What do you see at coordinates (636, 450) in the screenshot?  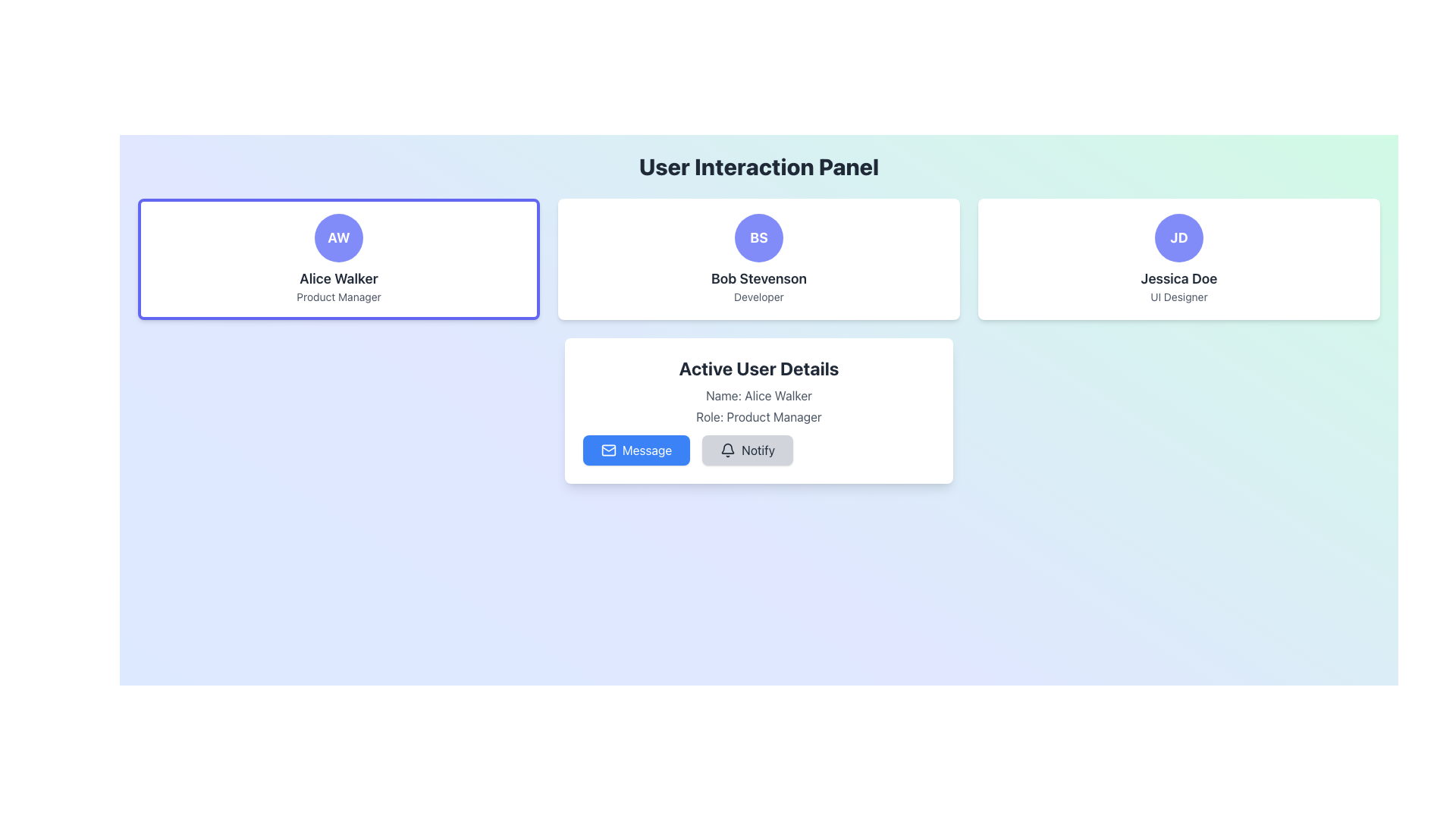 I see `the messaging button located in the lower section of the 'Active User Details' panel` at bounding box center [636, 450].